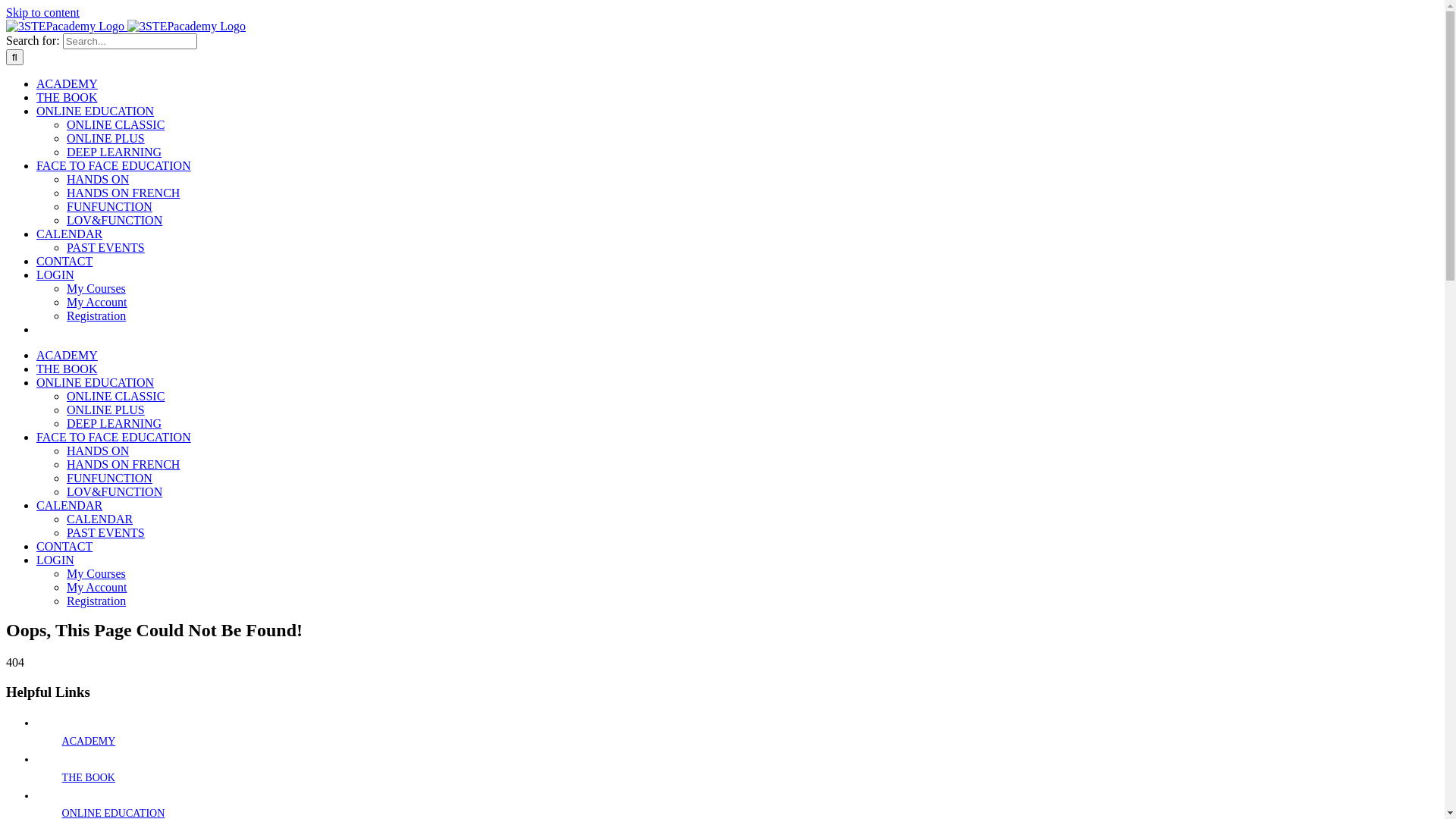  Describe the element at coordinates (88, 740) in the screenshot. I see `'ACADEMY'` at that location.